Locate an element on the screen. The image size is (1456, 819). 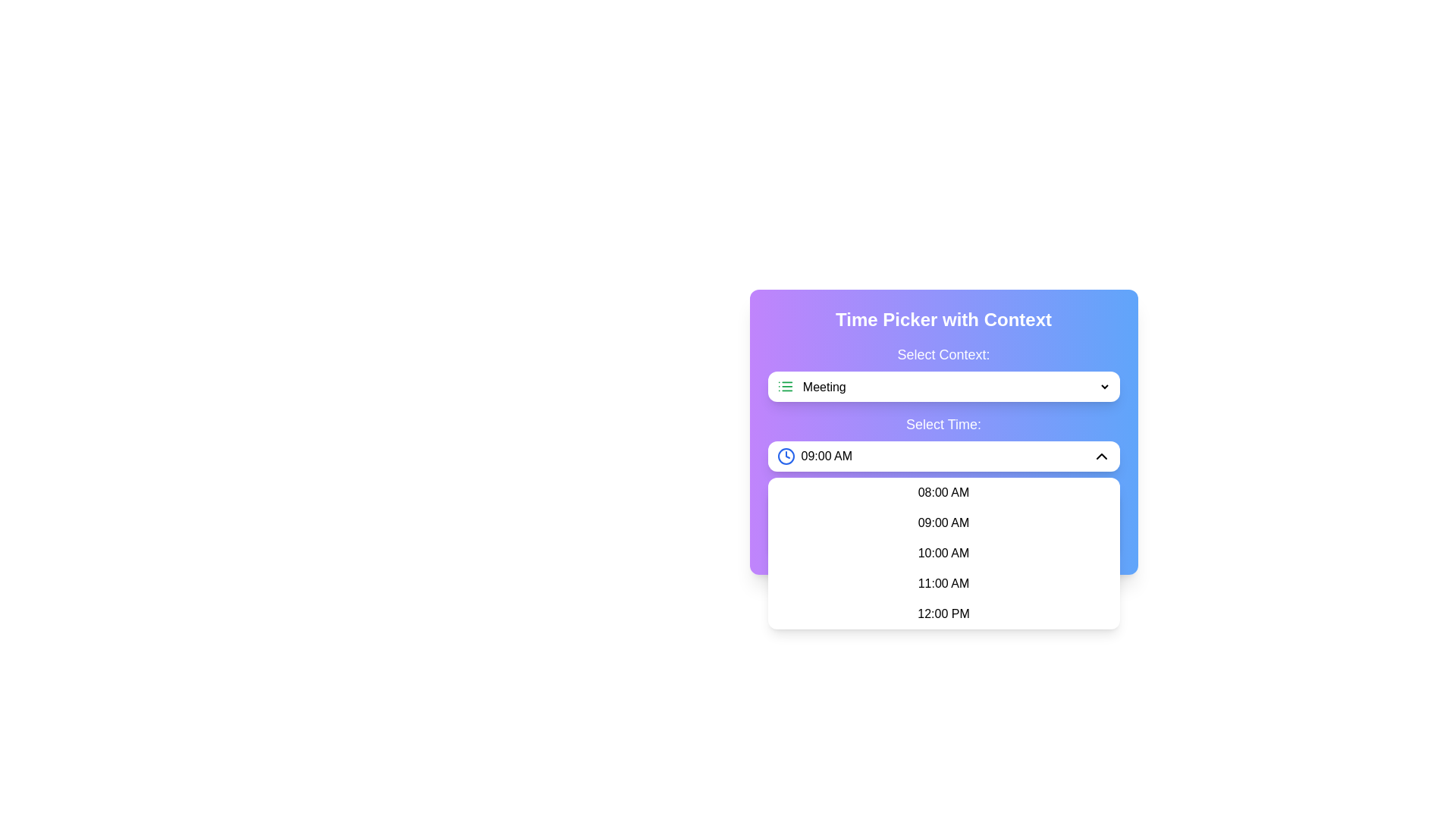
the static text label displaying 'Select Time:' which is styled with white bold text on a gradient blue to violet background, located in the upper section of the interface above the time selection field is located at coordinates (943, 424).